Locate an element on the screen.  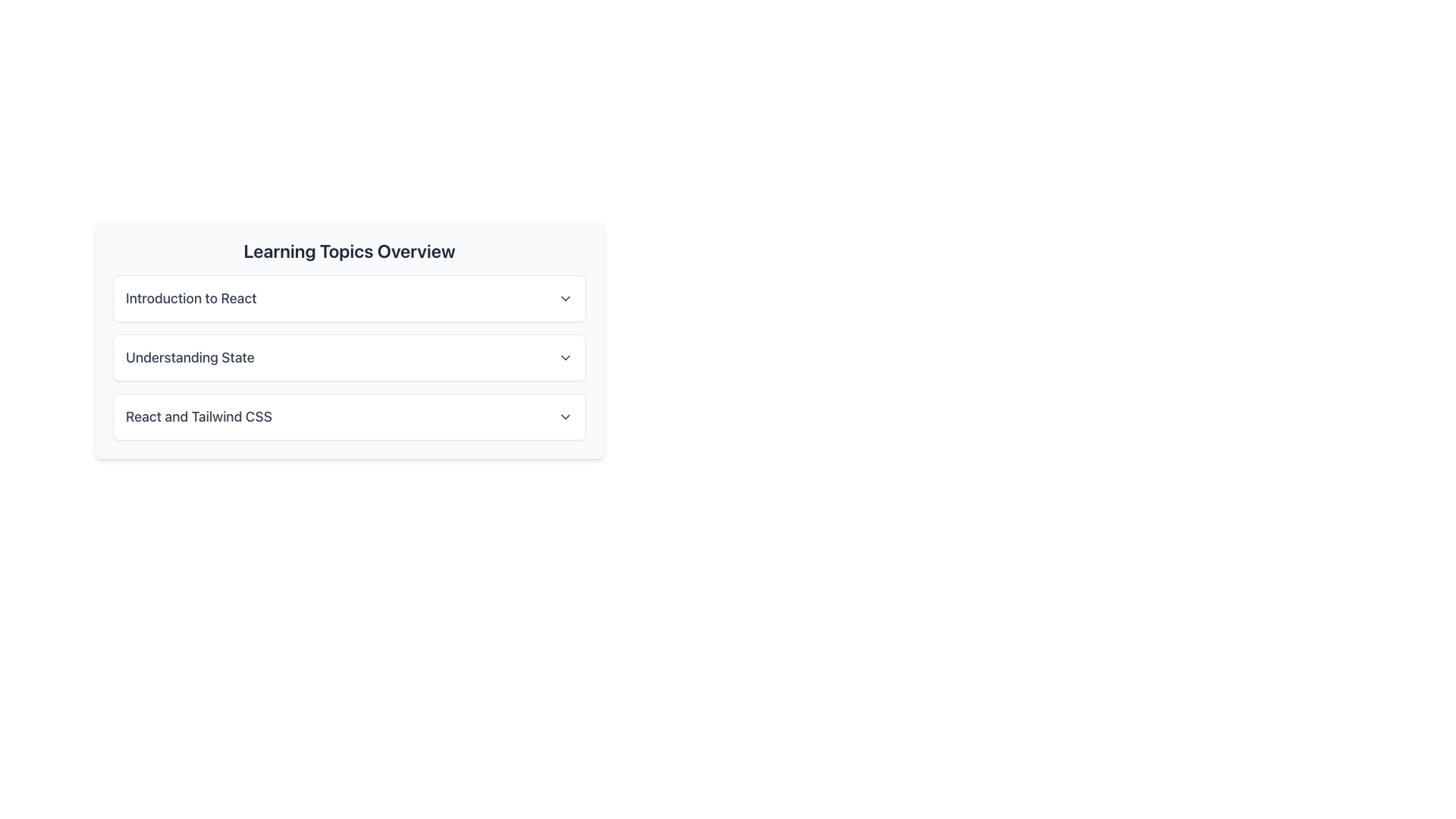
the 'Understanding State' entry in the Collapsible List Item is located at coordinates (348, 357).